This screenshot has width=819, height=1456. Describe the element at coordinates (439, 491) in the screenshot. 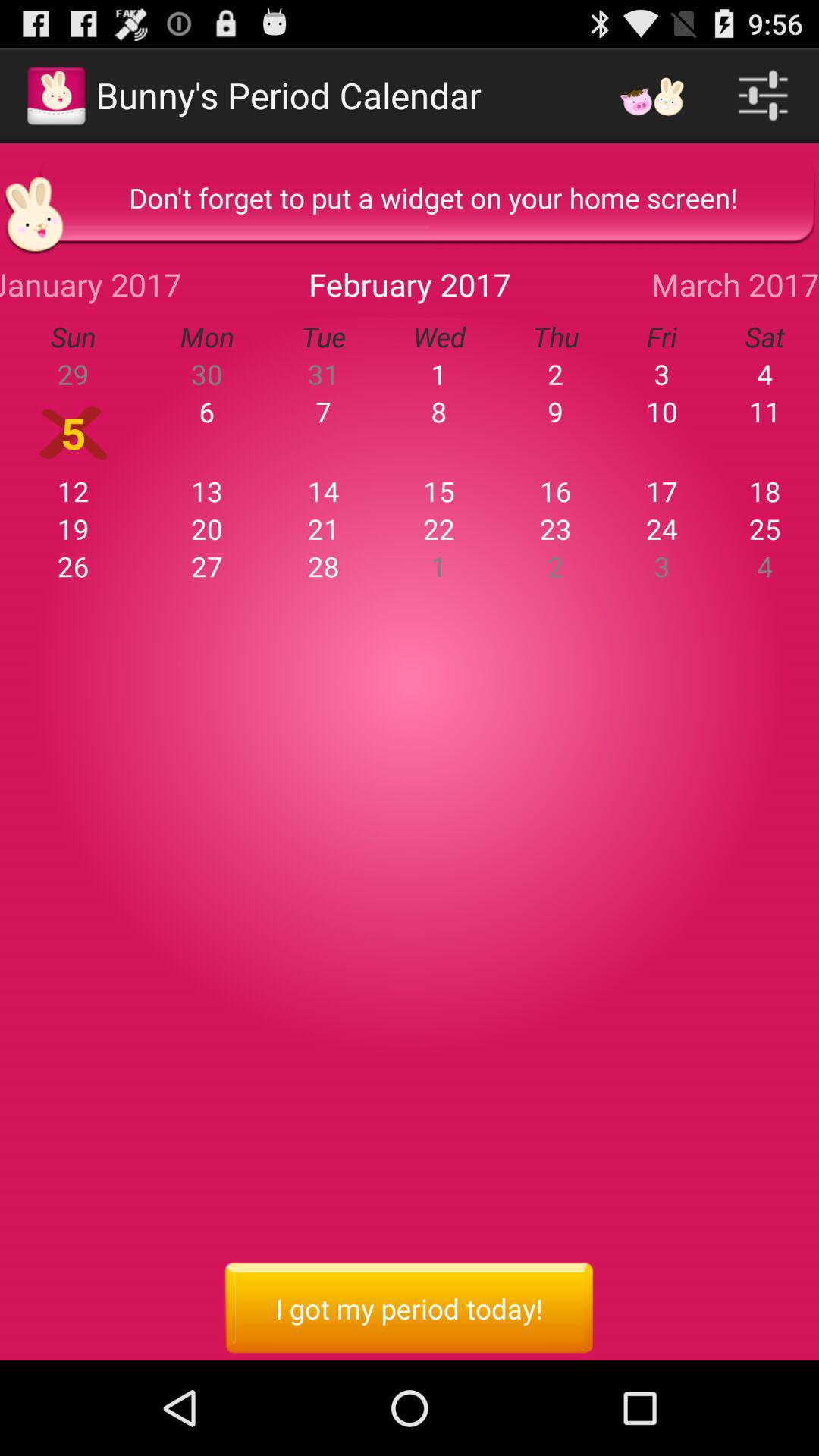

I see `15` at that location.